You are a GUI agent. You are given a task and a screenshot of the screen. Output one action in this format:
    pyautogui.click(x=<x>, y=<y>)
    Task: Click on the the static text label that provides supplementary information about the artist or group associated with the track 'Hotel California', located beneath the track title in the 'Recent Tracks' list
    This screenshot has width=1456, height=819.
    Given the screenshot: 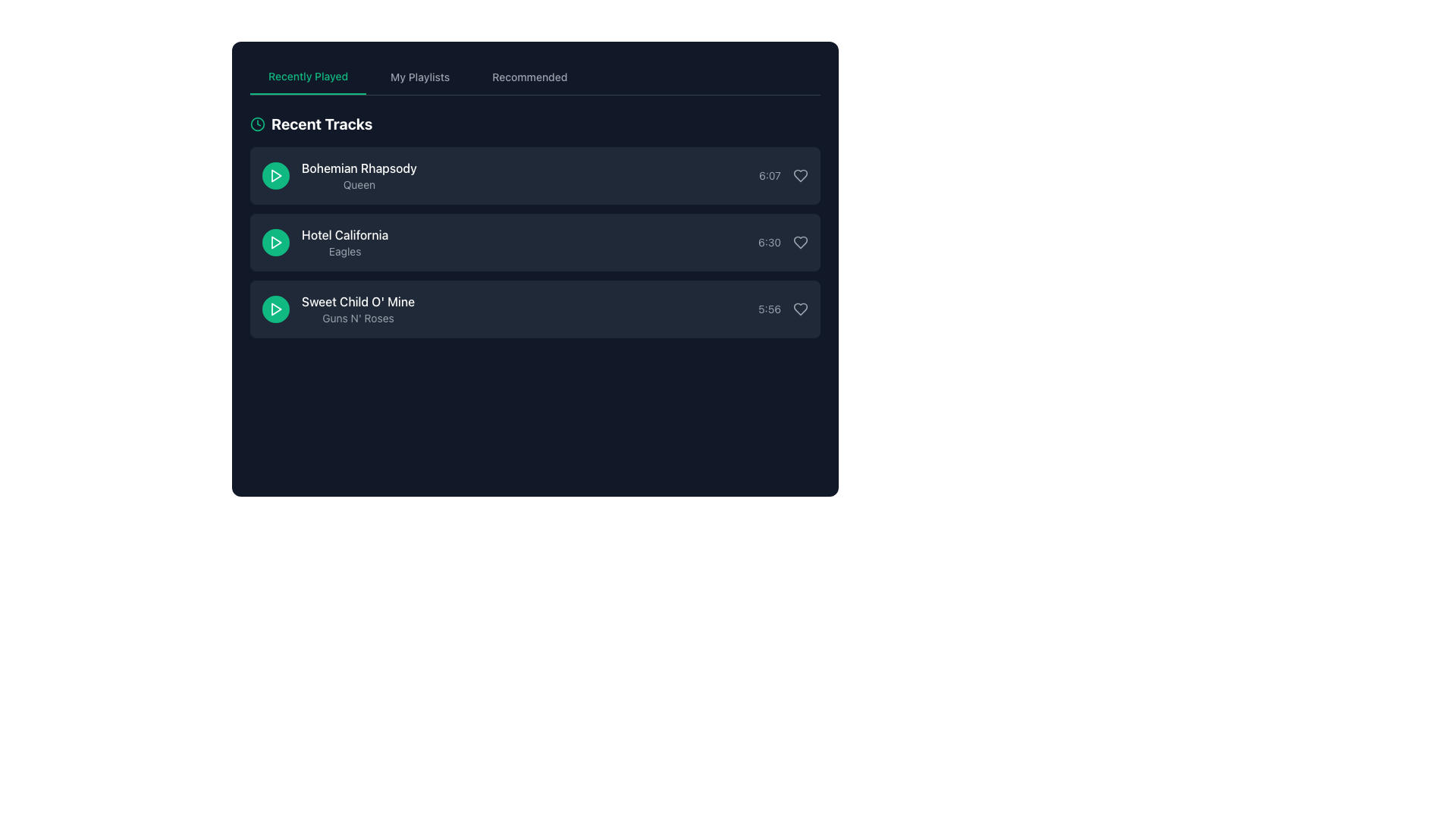 What is the action you would take?
    pyautogui.click(x=344, y=250)
    